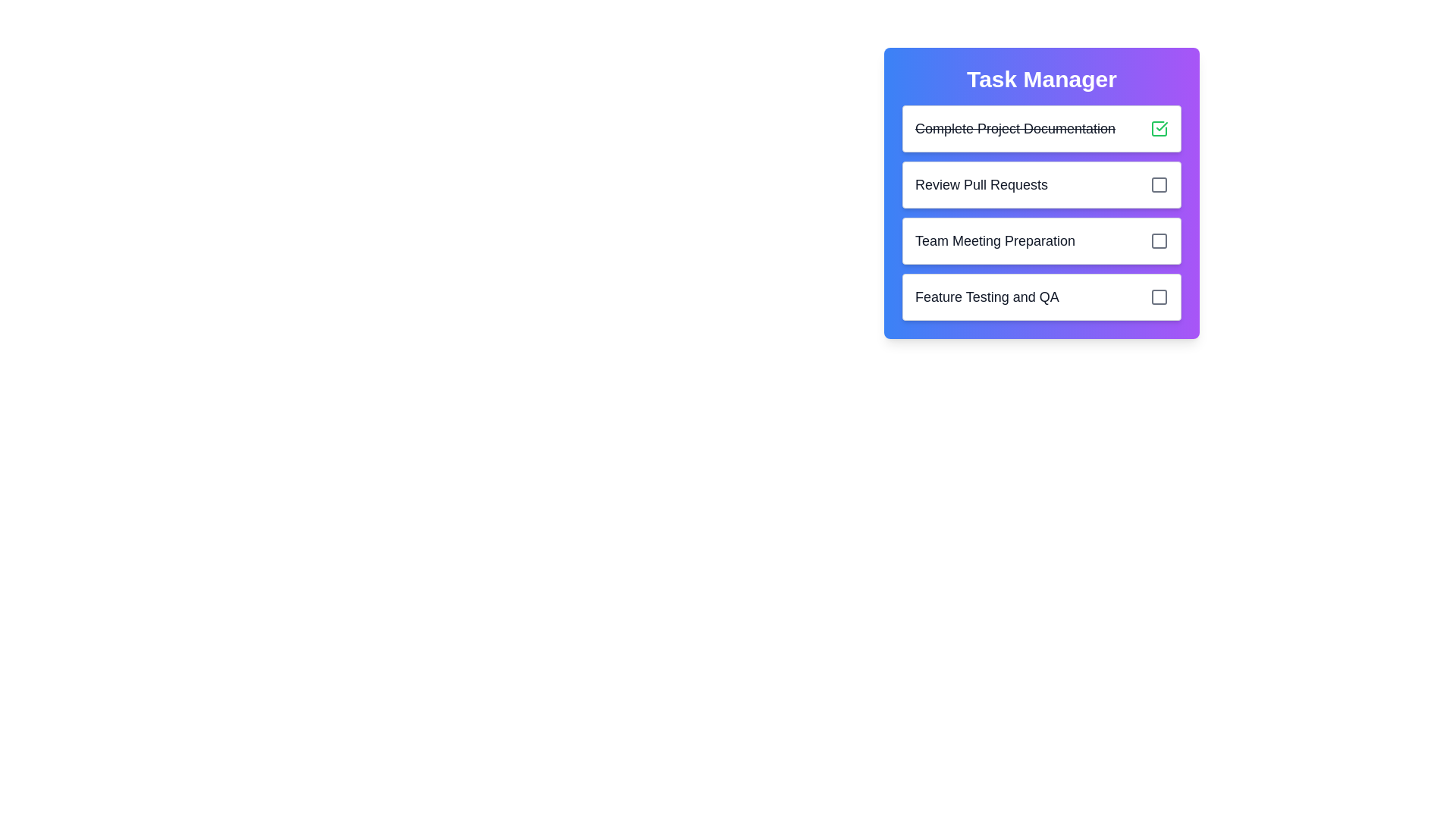 Image resolution: width=1456 pixels, height=819 pixels. Describe the element at coordinates (1159, 127) in the screenshot. I see `the decorative SVG component that visually indicates the task 'Complete Project Documentation' has been marked as completed, located at the right edge of the task item` at that location.